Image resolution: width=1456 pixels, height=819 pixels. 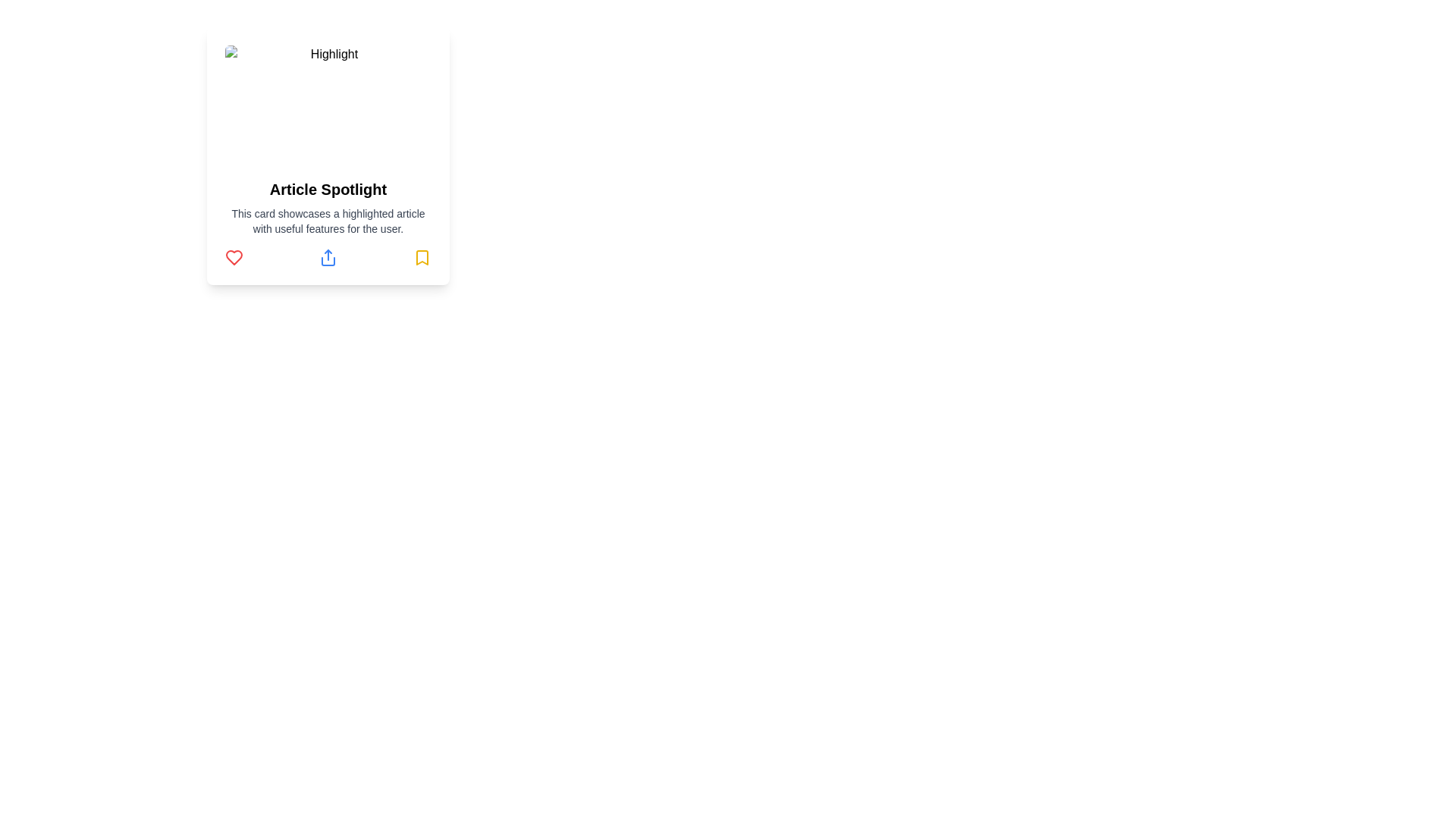 What do you see at coordinates (327, 221) in the screenshot?
I see `the short gray text directly beneath the 'Article Spotlight' title in the card layout` at bounding box center [327, 221].